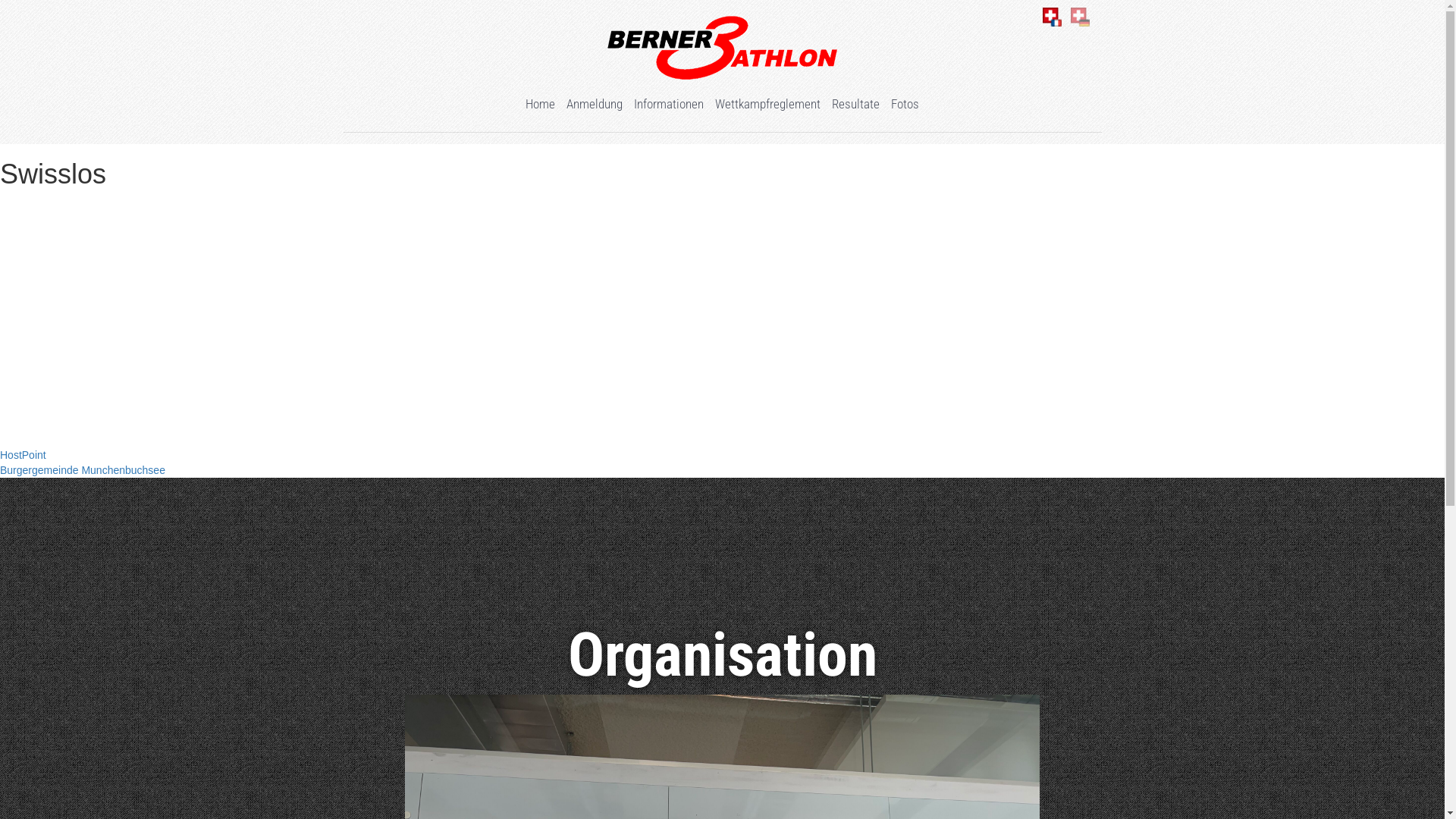 The width and height of the screenshot is (1456, 819). I want to click on 'Burgergemeinde Munchenbuchsee', so click(0, 469).